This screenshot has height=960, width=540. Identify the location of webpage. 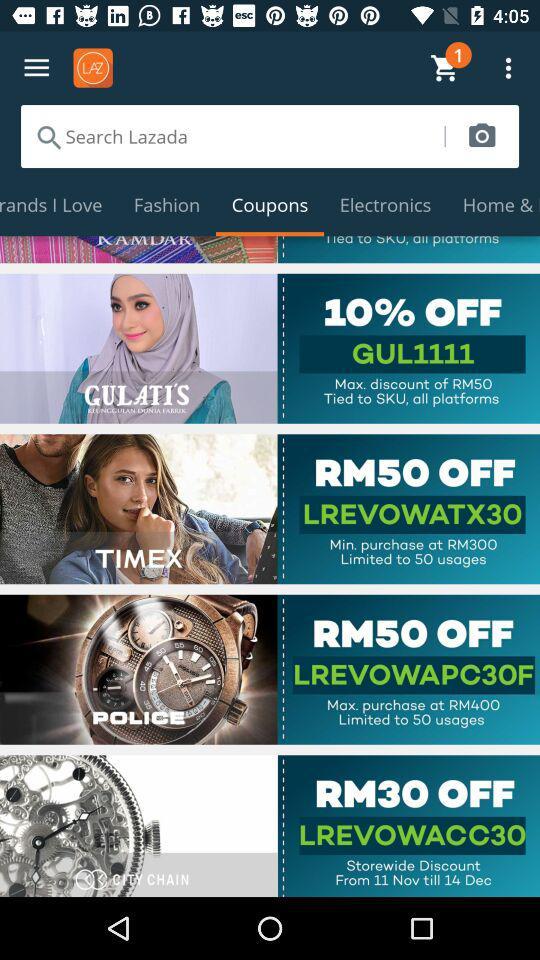
(270, 669).